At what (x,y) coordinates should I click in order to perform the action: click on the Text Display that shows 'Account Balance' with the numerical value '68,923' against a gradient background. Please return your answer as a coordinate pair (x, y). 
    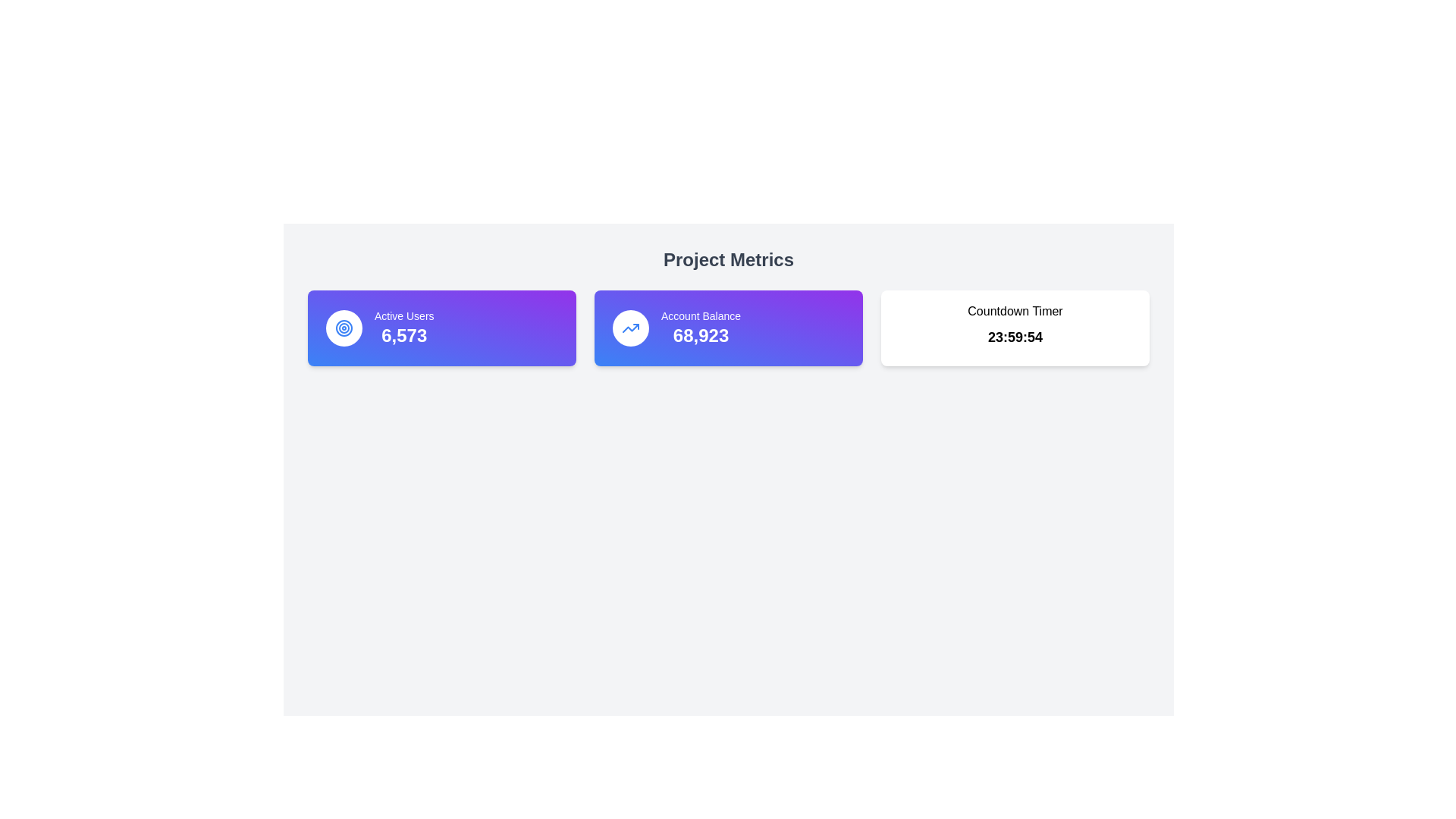
    Looking at the image, I should click on (700, 327).